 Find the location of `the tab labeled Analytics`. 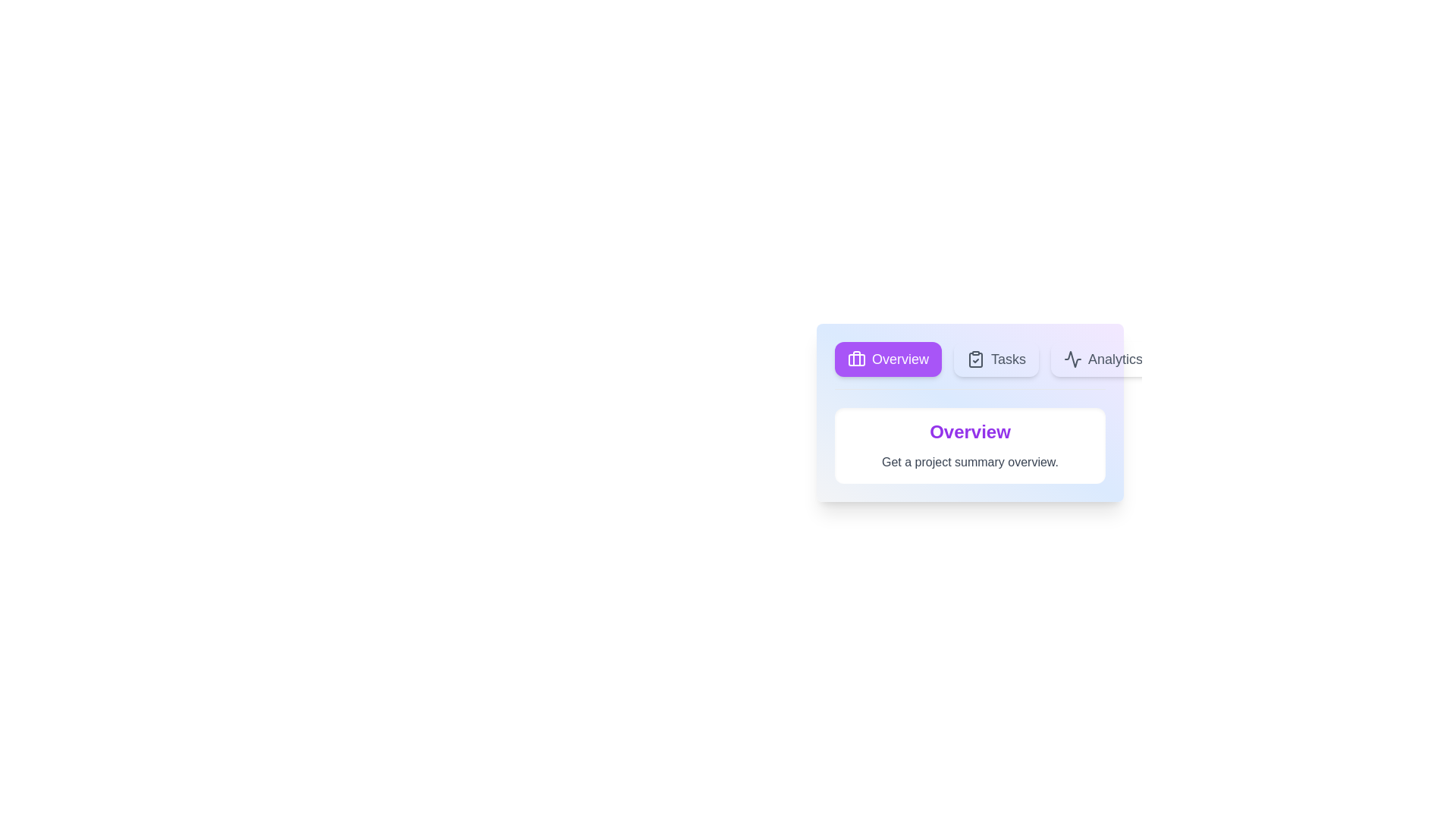

the tab labeled Analytics is located at coordinates (1103, 359).